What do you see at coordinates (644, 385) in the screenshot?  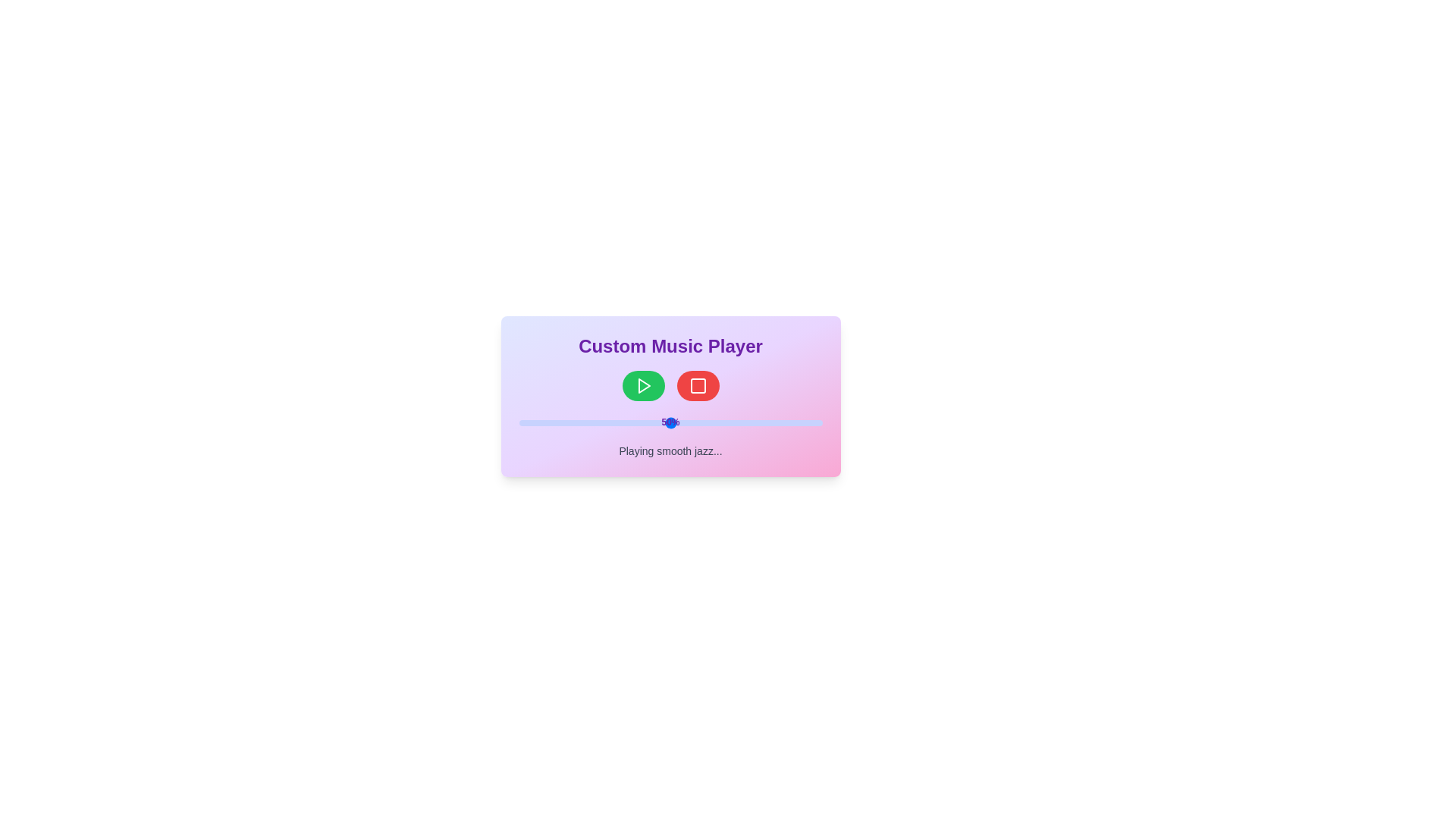 I see `the triangular play icon within the green circular button located in the Custom Music Player controls` at bounding box center [644, 385].